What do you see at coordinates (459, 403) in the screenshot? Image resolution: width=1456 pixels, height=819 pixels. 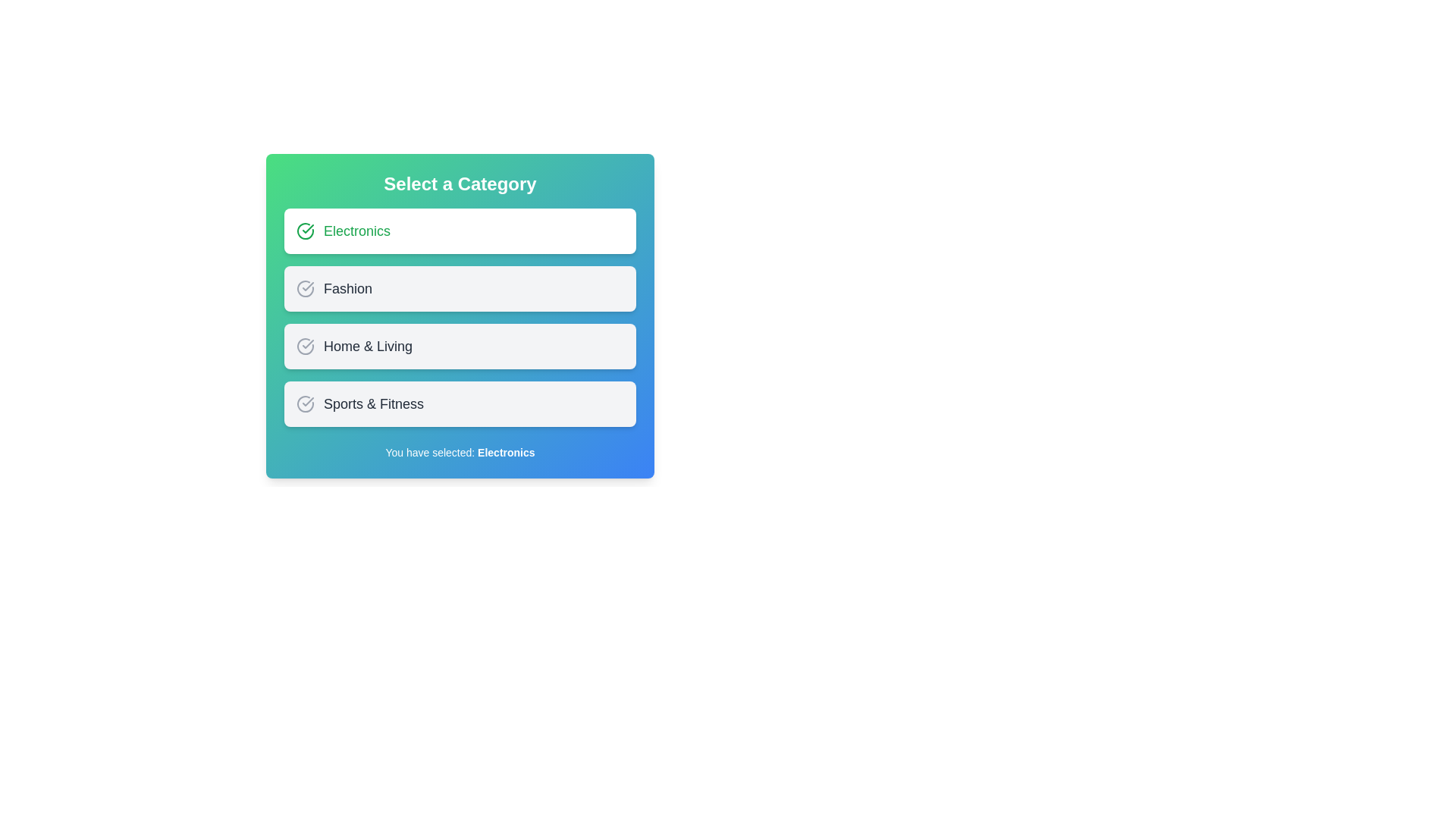 I see `the 'Sports & Fitness' option button in the 'Select a Category' panel, which is the fourth item in a vertically stacked list below 'Home & Living'` at bounding box center [459, 403].